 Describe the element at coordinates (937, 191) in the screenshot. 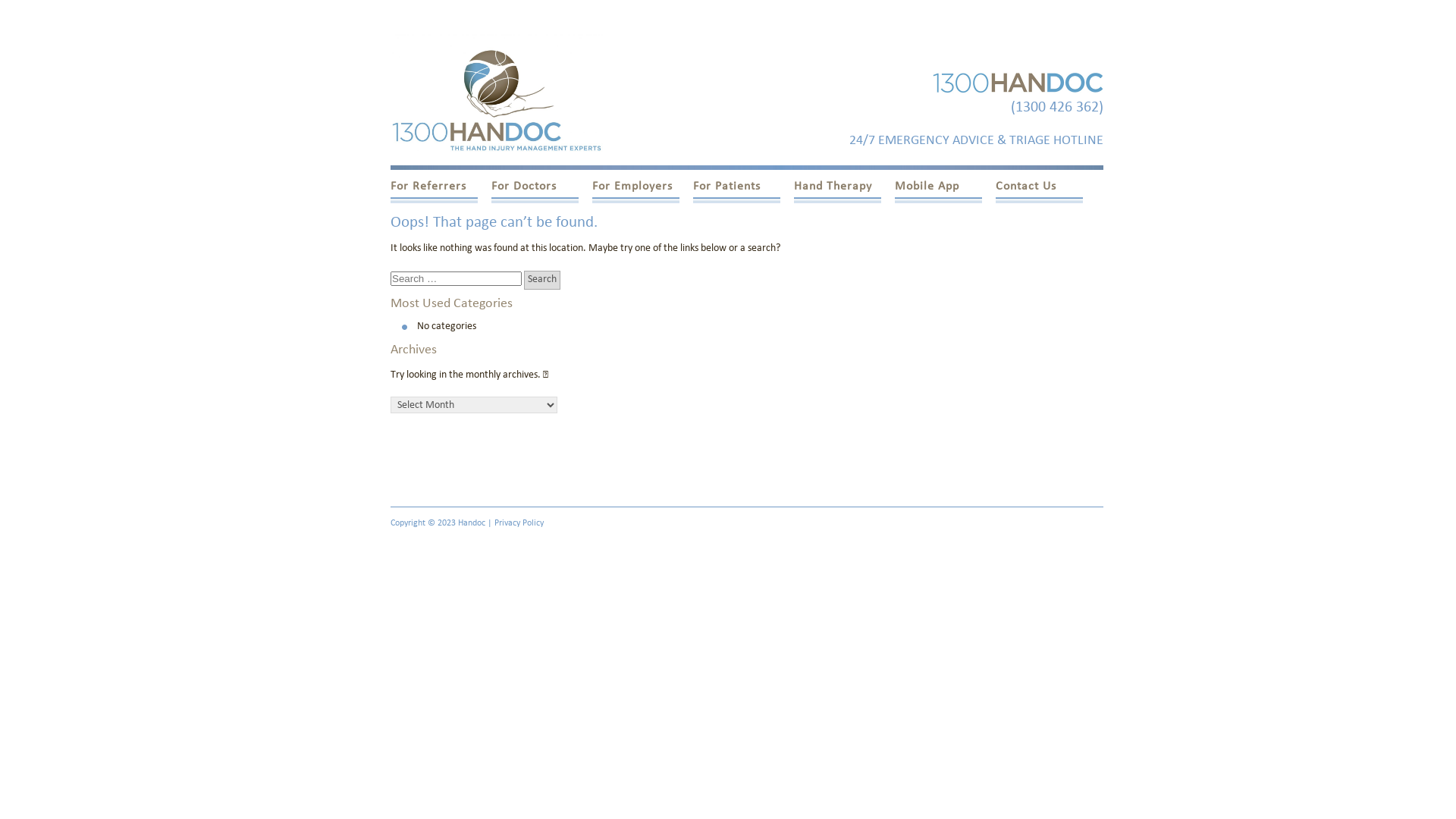

I see `'Mobile App'` at that location.